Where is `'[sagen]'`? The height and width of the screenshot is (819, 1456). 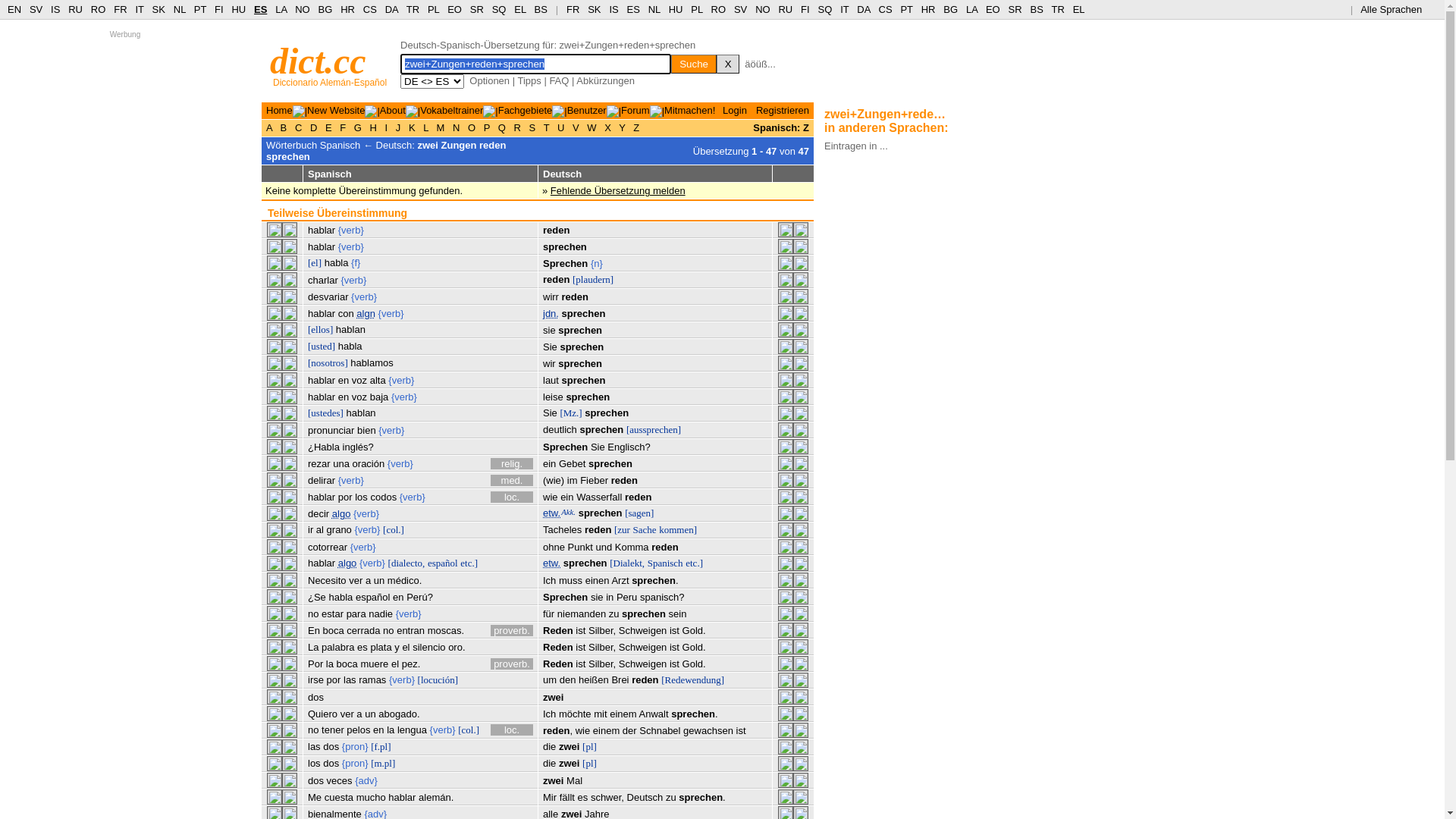
'[sagen]' is located at coordinates (639, 512).